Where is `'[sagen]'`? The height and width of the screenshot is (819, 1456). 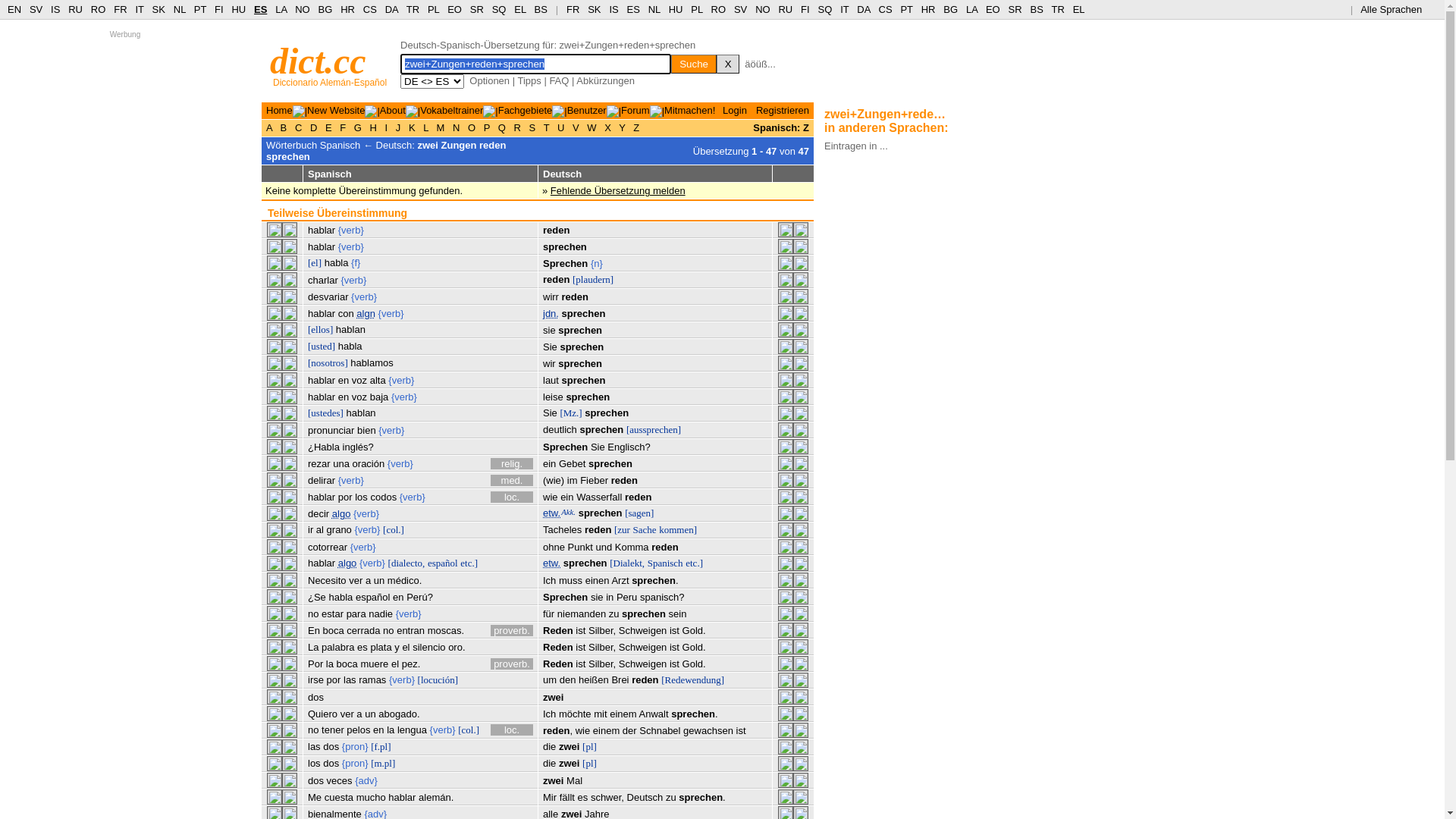
'[sagen]' is located at coordinates (639, 512).